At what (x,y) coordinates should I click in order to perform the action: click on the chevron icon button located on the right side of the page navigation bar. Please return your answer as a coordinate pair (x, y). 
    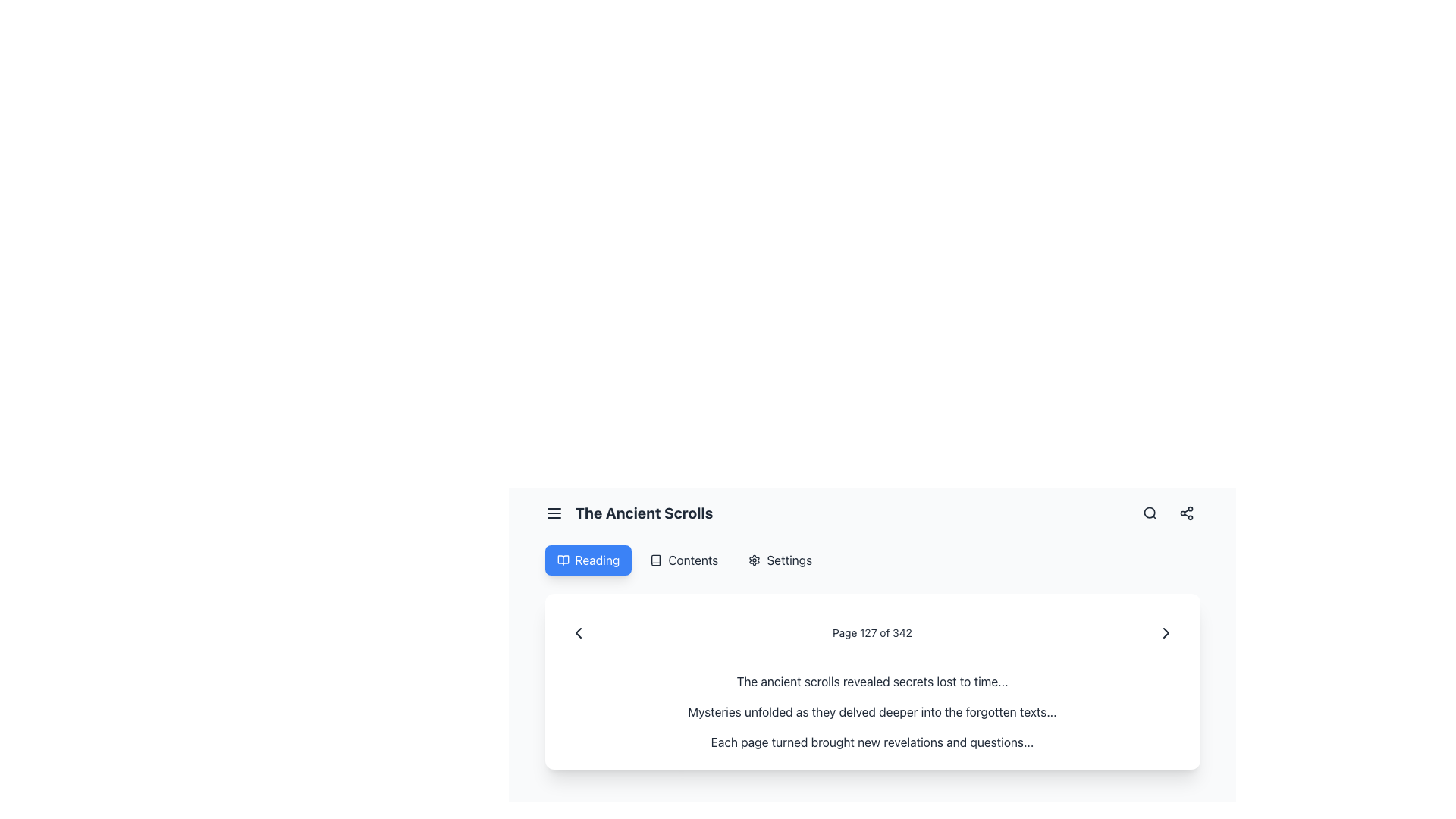
    Looking at the image, I should click on (1166, 632).